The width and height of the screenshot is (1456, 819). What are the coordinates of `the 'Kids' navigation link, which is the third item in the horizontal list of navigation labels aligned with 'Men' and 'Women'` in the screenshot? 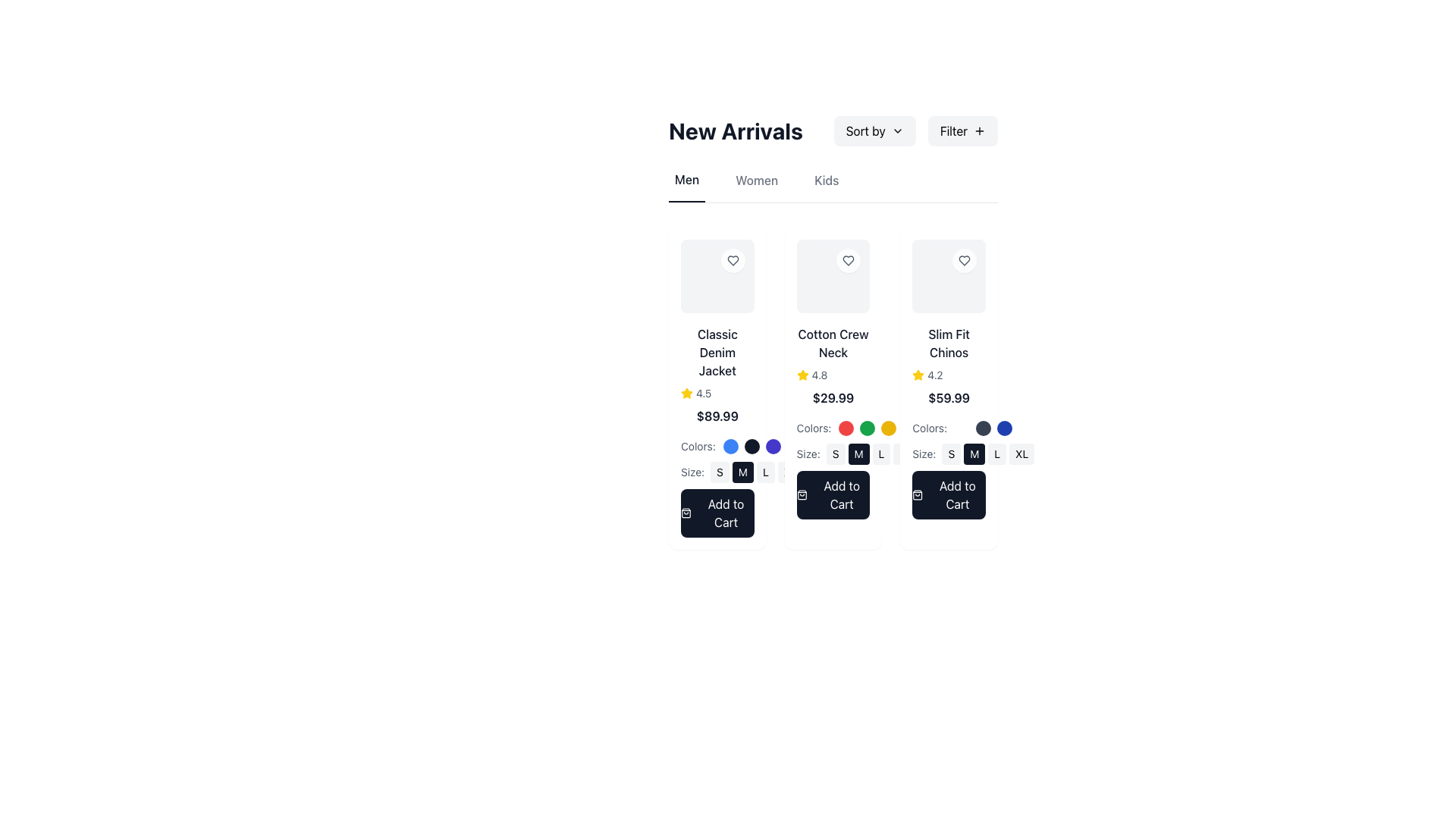 It's located at (826, 186).